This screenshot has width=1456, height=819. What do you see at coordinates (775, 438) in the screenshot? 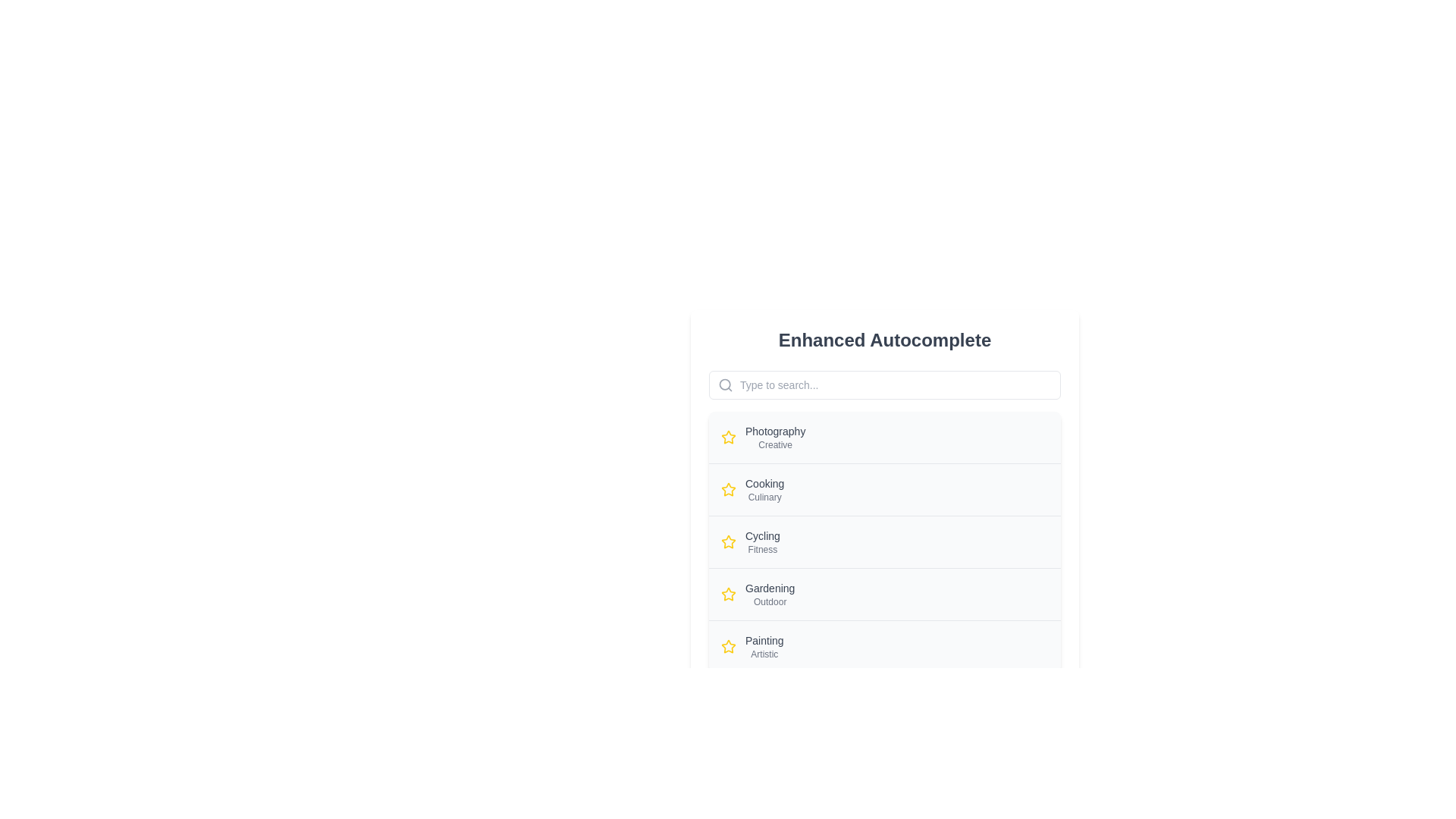
I see `text displayed in the Label with two text lines, which contains 'Photography' and 'Creative' positioned below a search bar and to the right of a yellow star-shaped icon` at bounding box center [775, 438].